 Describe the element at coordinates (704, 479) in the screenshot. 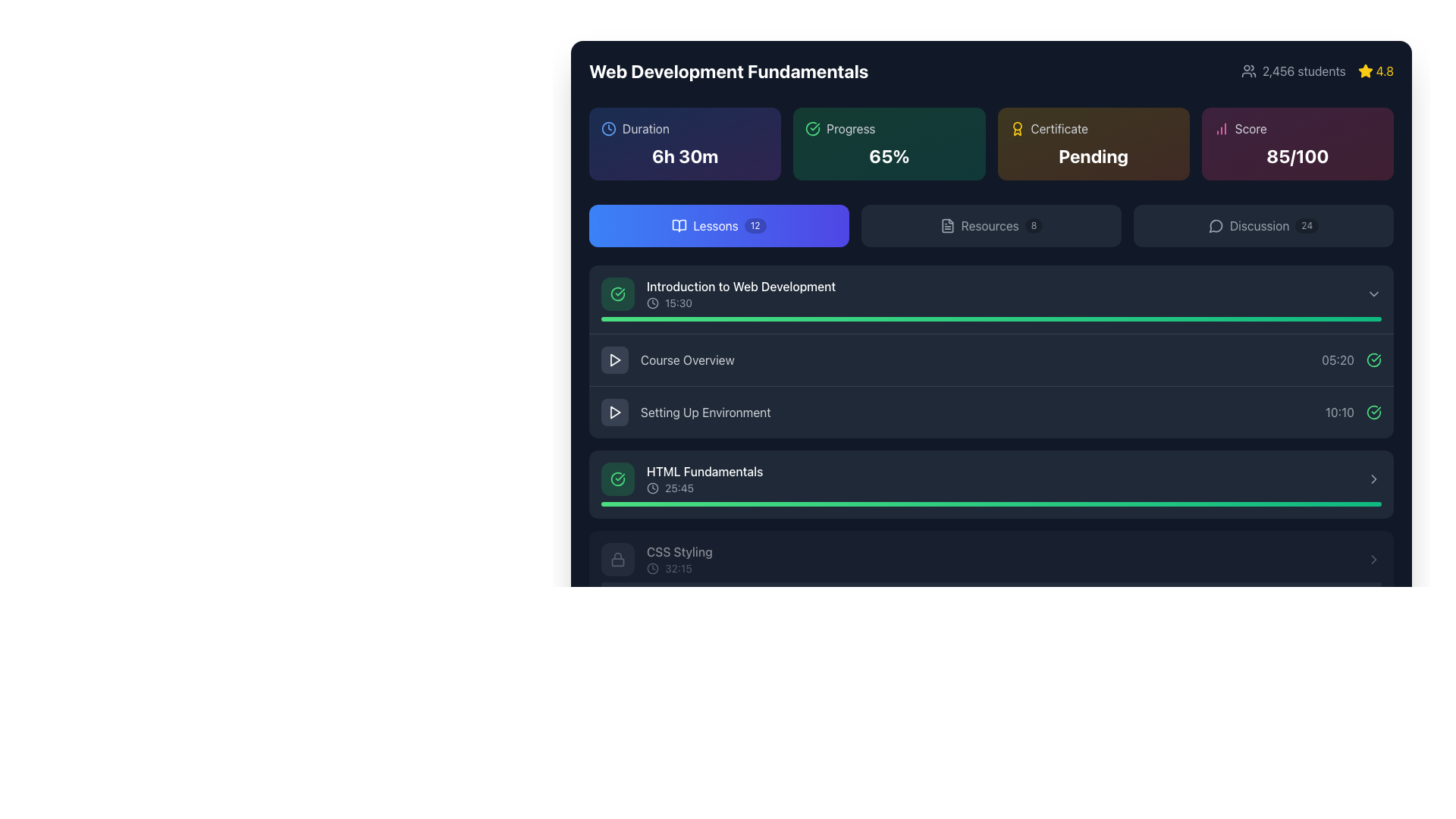

I see `the list item displaying 'HTML Fundamentals' with the clock icon` at that location.